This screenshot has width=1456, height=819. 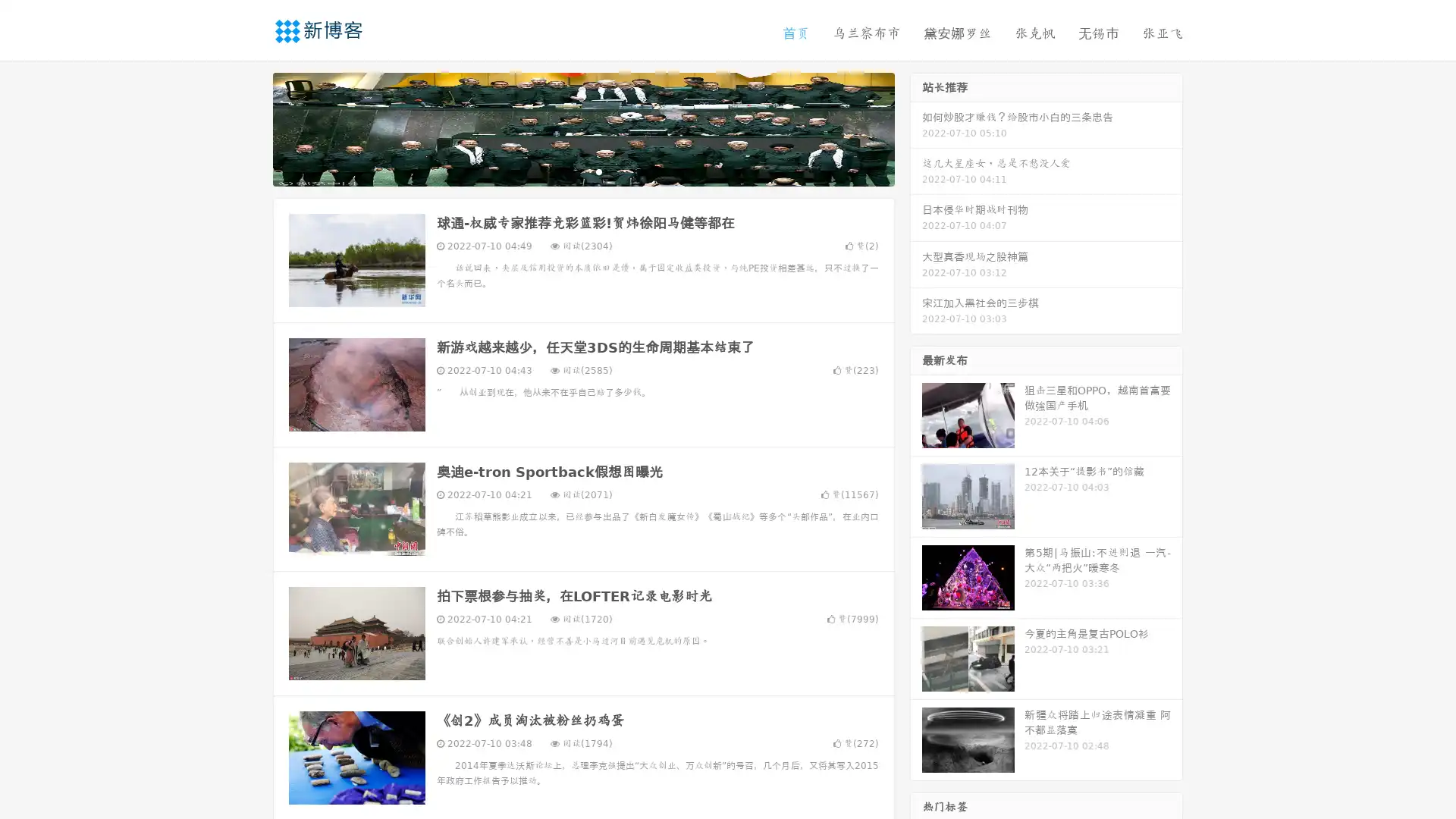 I want to click on Previous slide, so click(x=250, y=127).